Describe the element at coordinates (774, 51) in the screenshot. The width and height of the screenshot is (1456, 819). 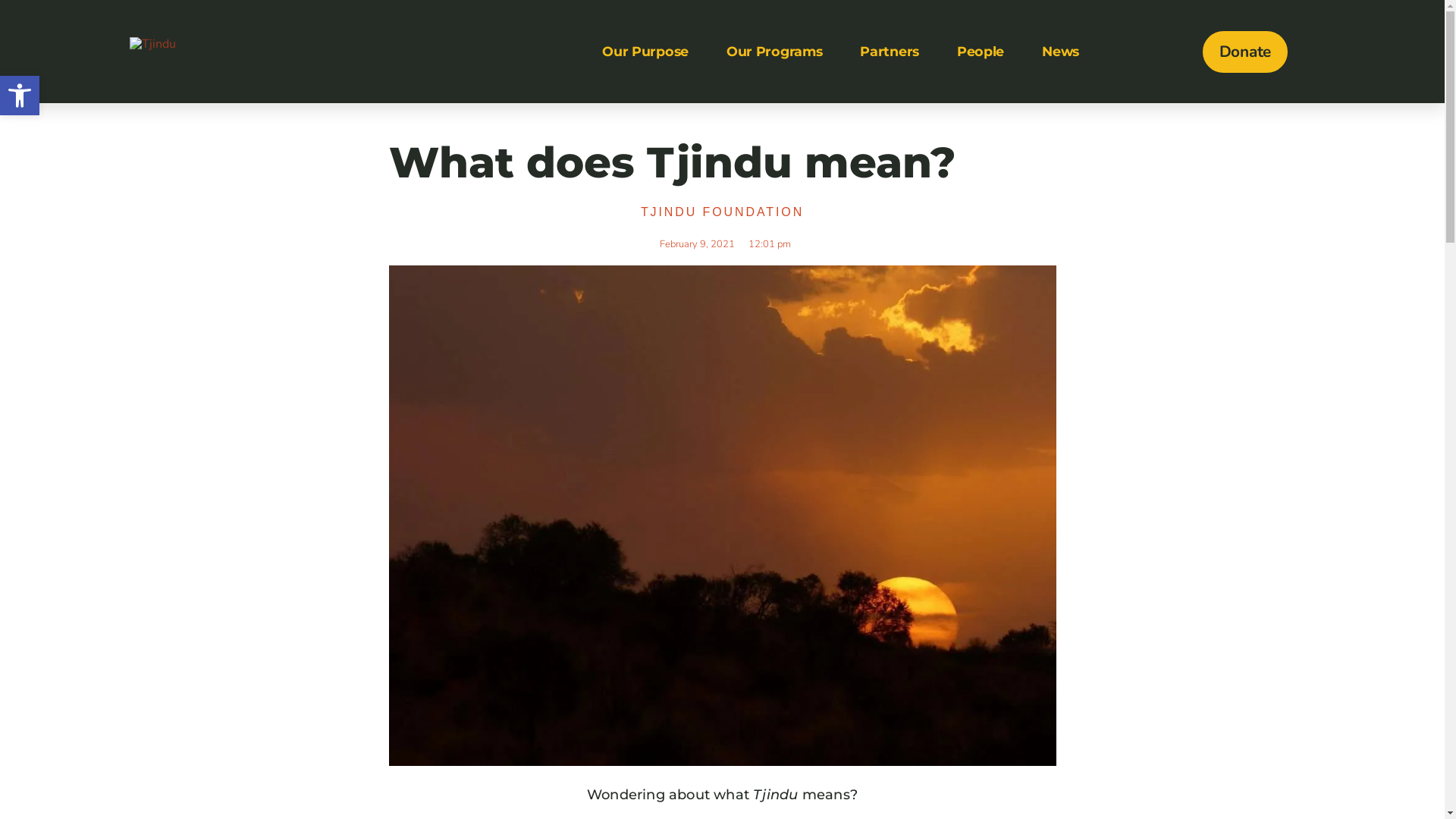
I see `'Our Programs'` at that location.